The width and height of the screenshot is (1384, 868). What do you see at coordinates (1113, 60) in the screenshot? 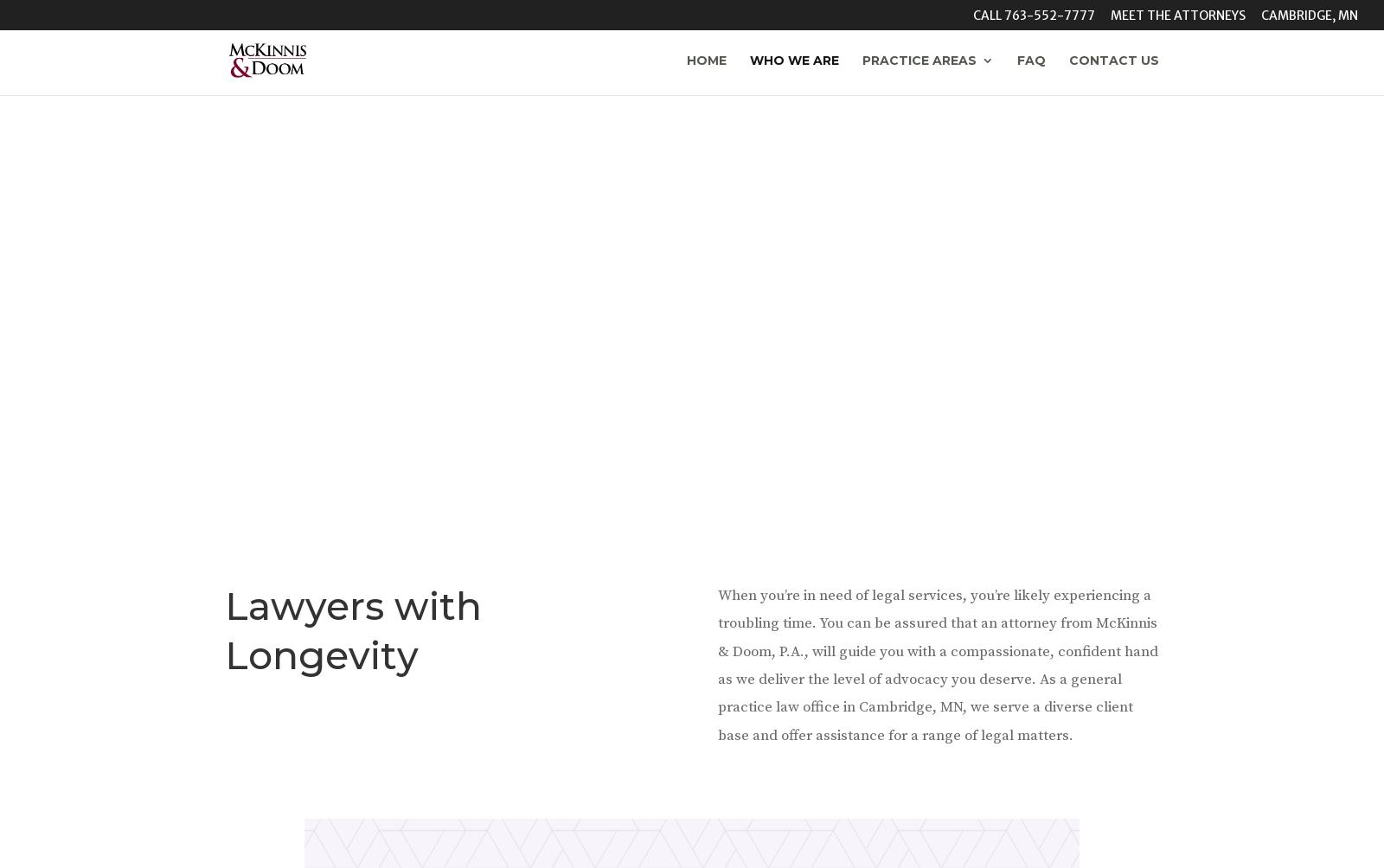
I see `'Contact Us'` at bounding box center [1113, 60].